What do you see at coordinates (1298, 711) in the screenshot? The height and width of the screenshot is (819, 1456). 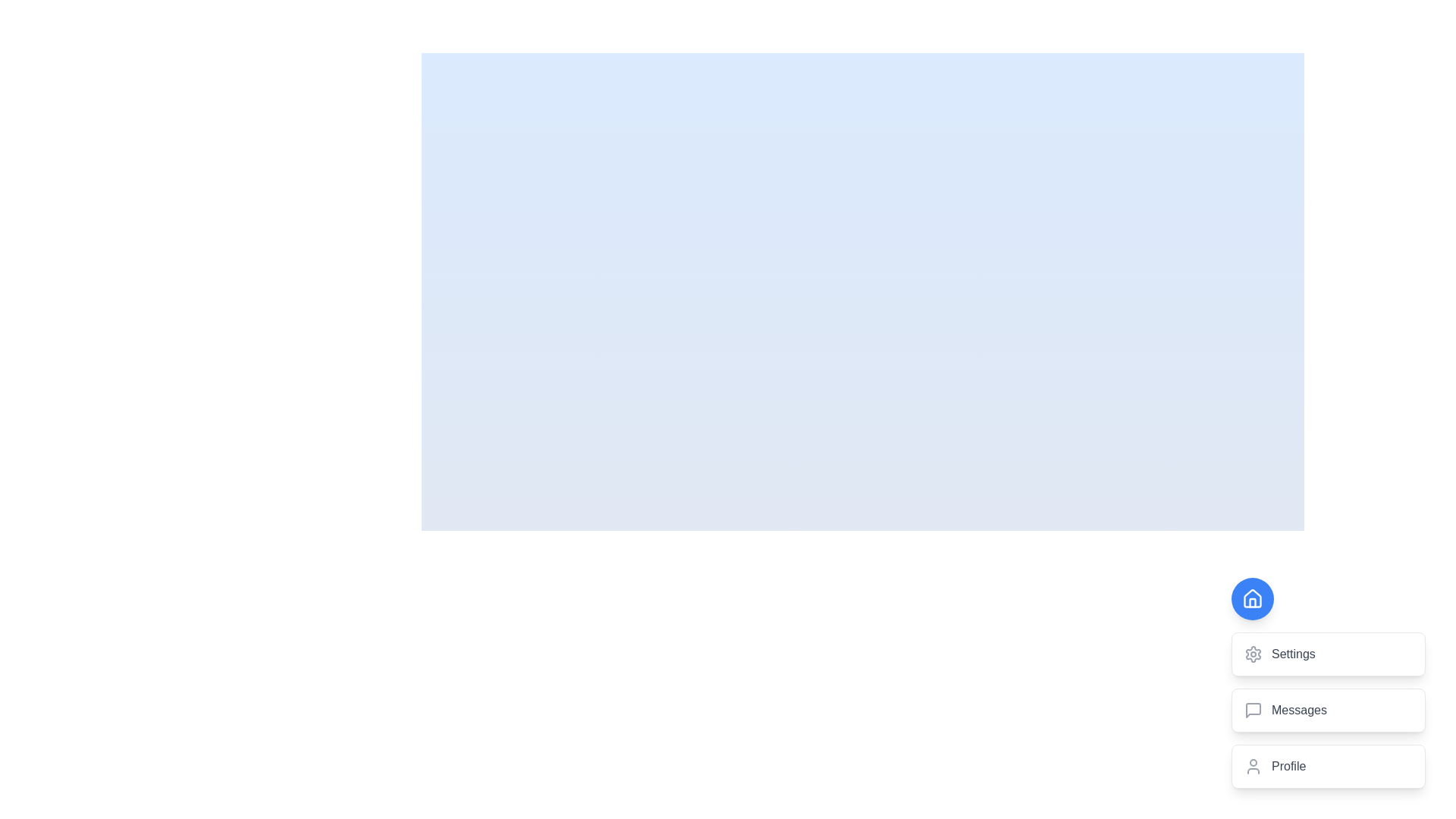 I see `the 'Messages' text label located in the bottom-right corner of the interface to trigger possible effects` at bounding box center [1298, 711].